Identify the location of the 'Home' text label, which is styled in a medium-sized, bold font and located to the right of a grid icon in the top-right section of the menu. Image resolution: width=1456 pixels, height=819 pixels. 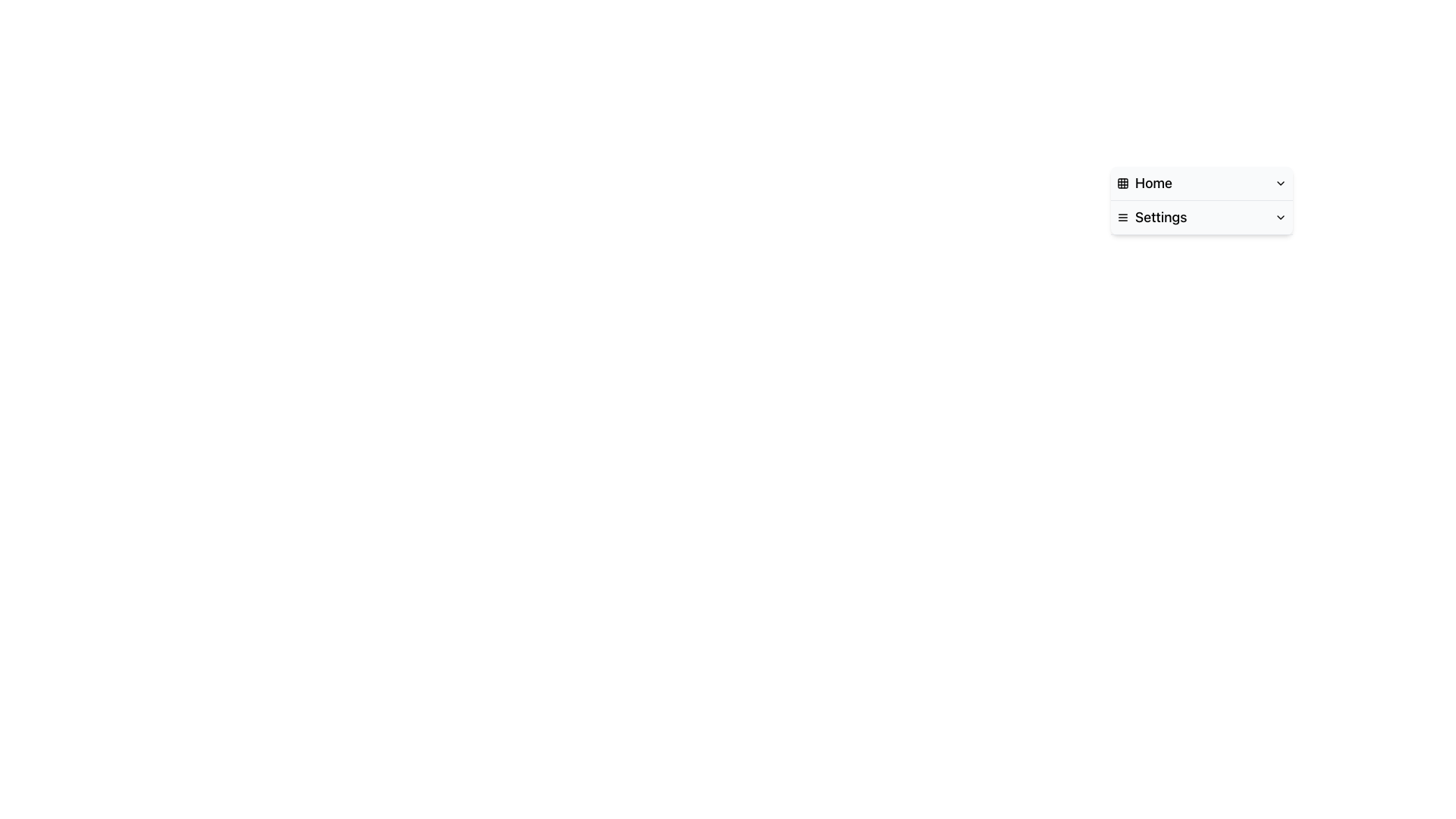
(1153, 183).